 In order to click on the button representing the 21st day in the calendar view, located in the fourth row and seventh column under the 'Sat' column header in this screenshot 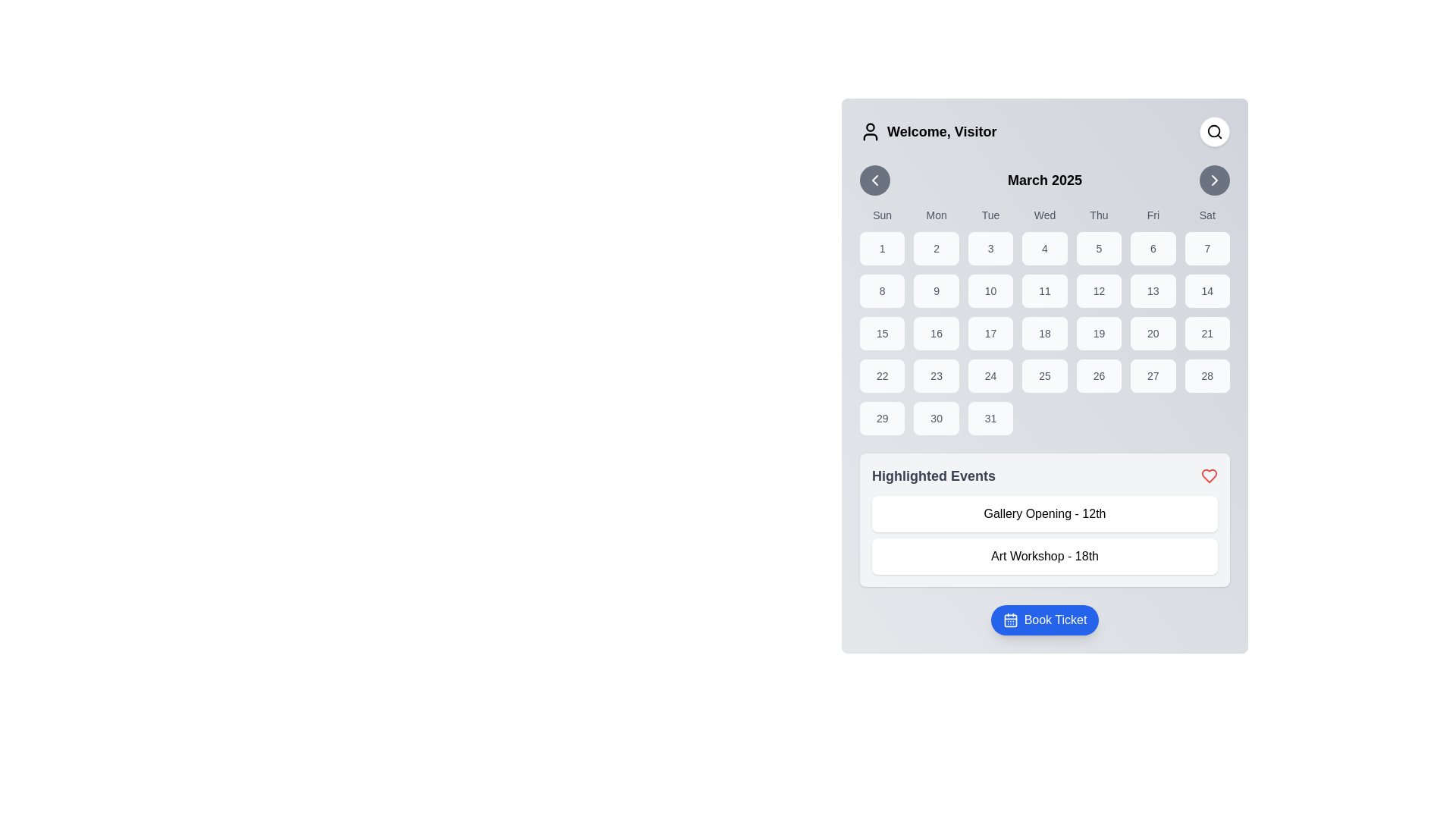, I will do `click(1207, 332)`.